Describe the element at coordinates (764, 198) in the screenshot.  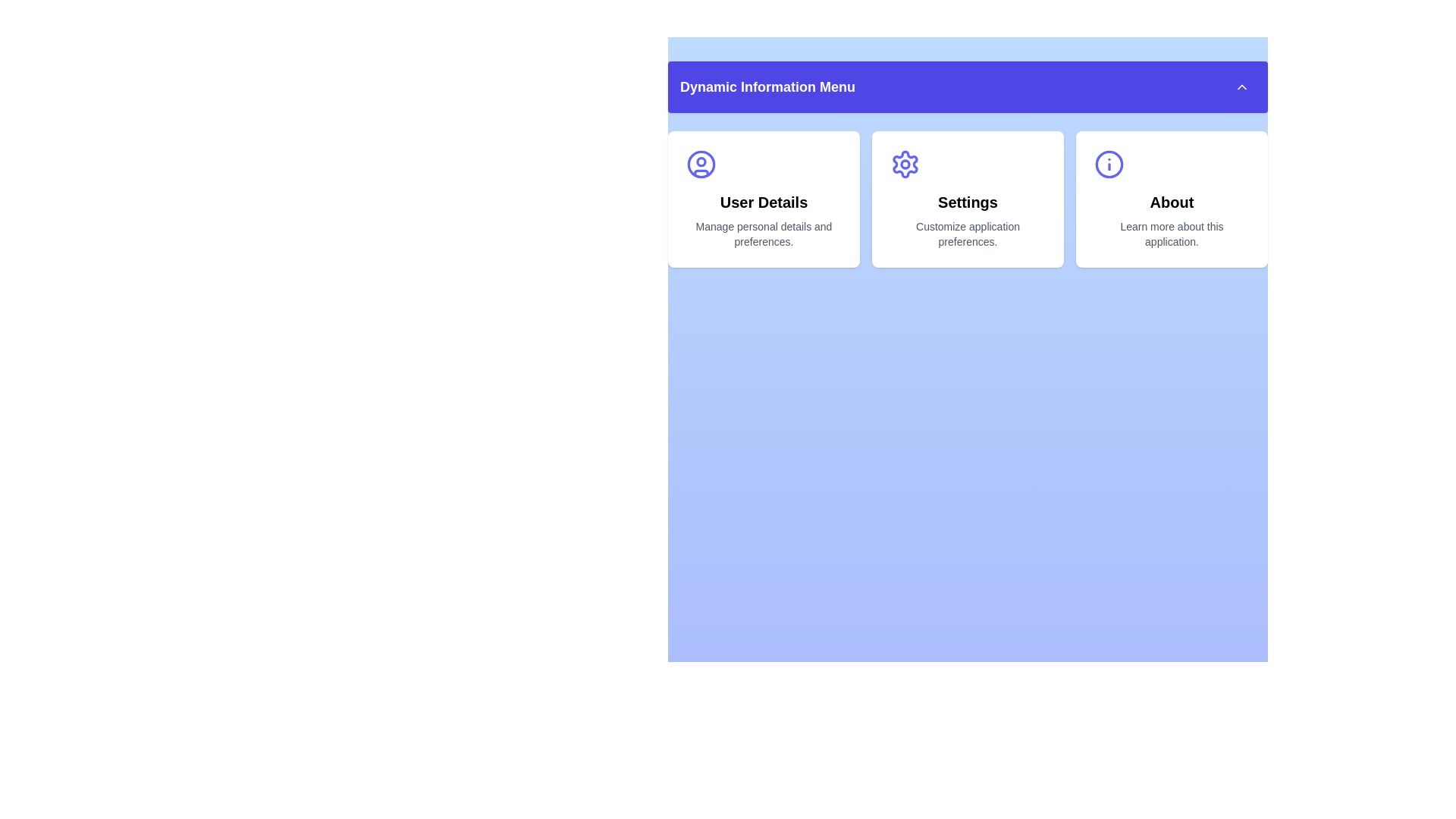
I see `the menu item User Details to interact with it` at that location.